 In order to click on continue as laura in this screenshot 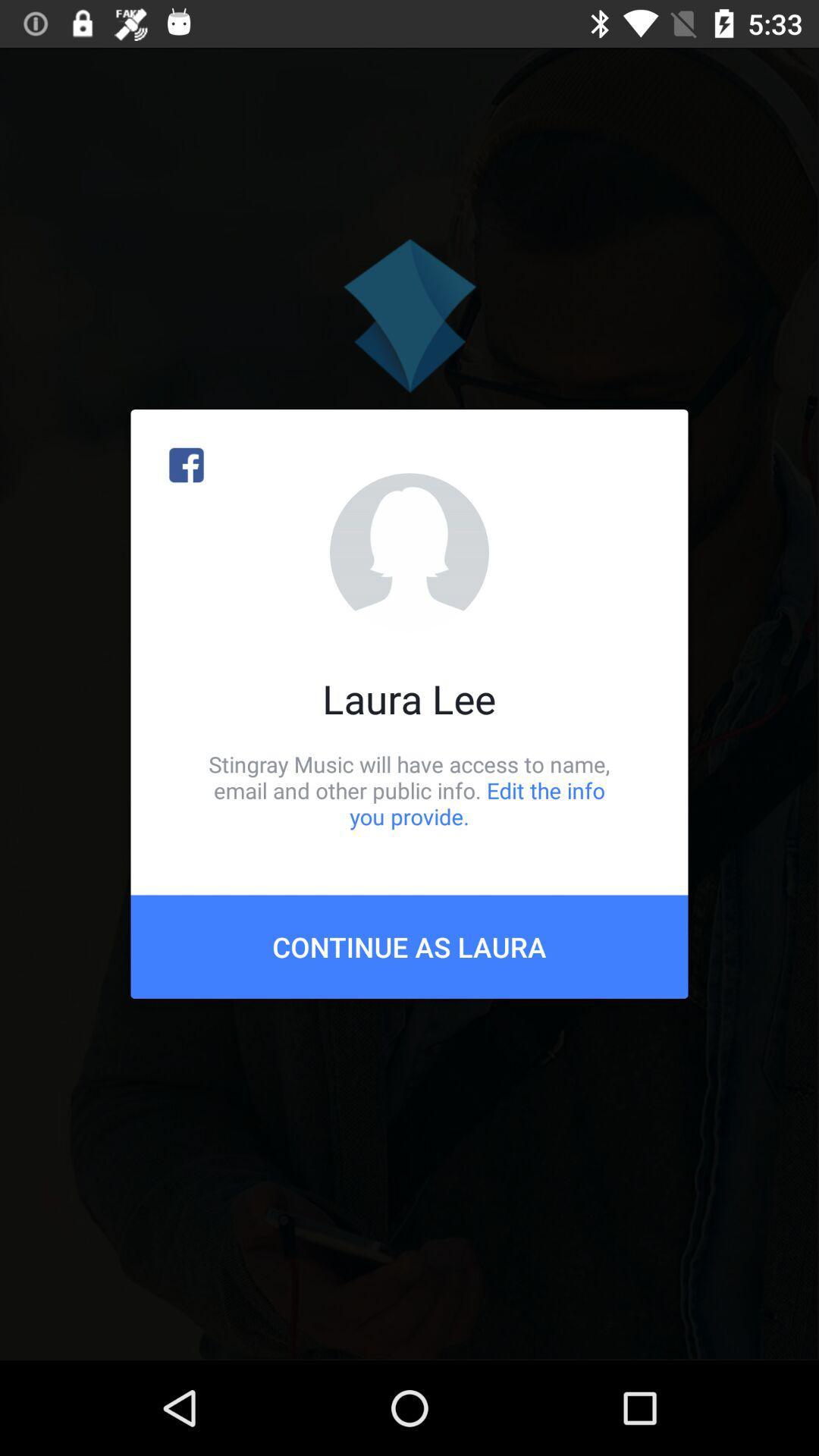, I will do `click(409, 946)`.